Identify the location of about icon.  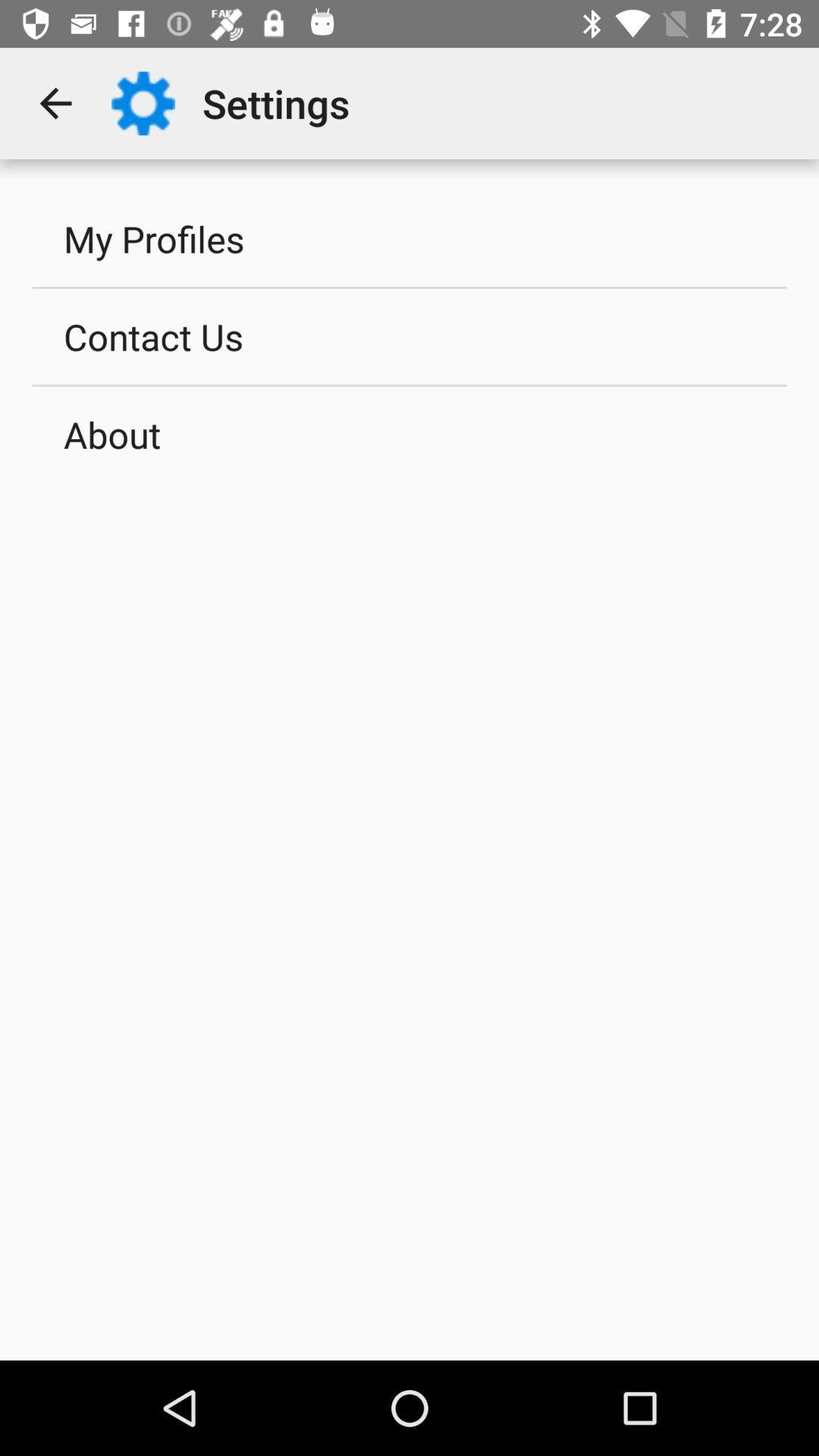
(409, 433).